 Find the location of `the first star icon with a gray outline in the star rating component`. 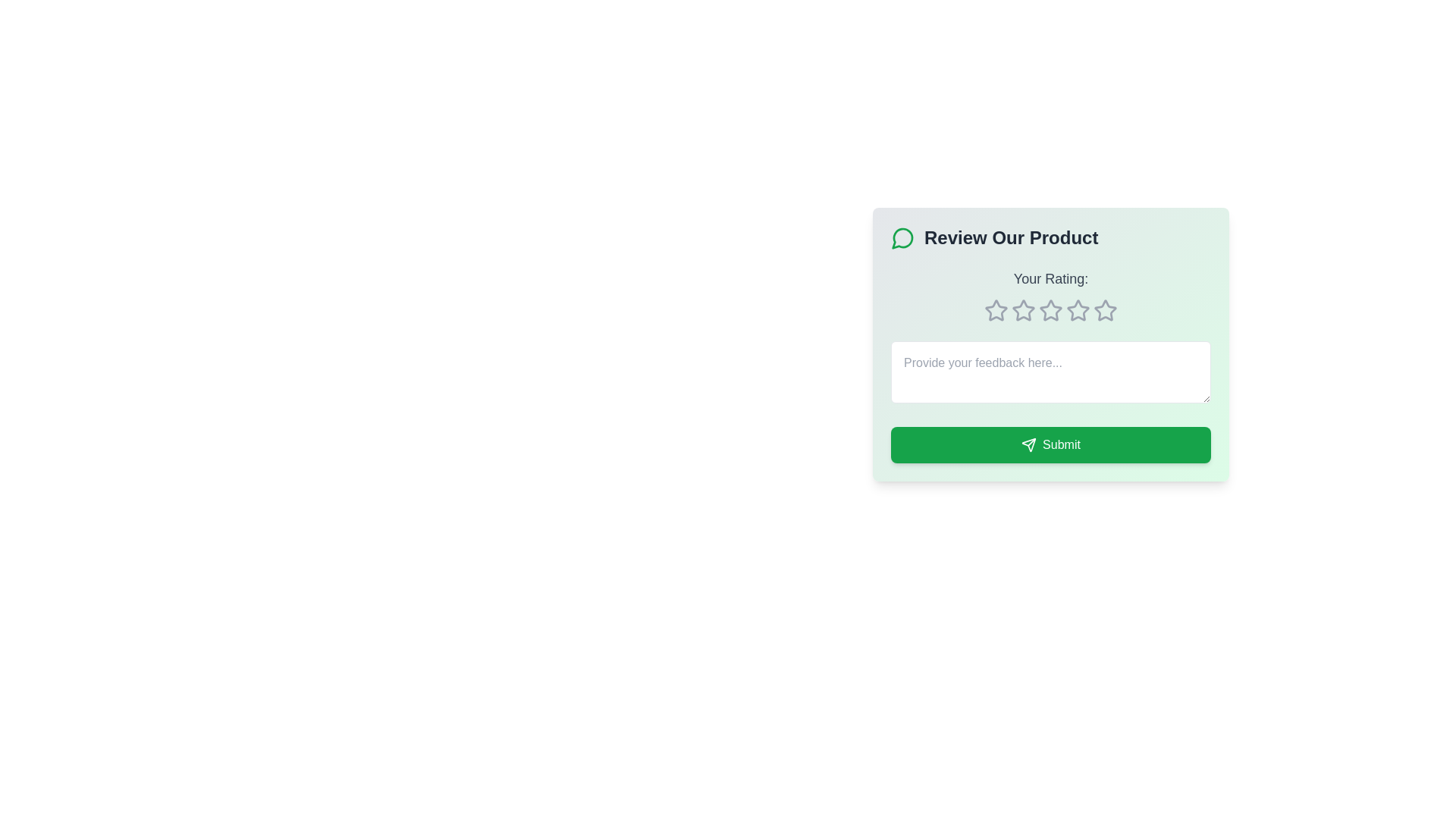

the first star icon with a gray outline in the star rating component is located at coordinates (996, 309).